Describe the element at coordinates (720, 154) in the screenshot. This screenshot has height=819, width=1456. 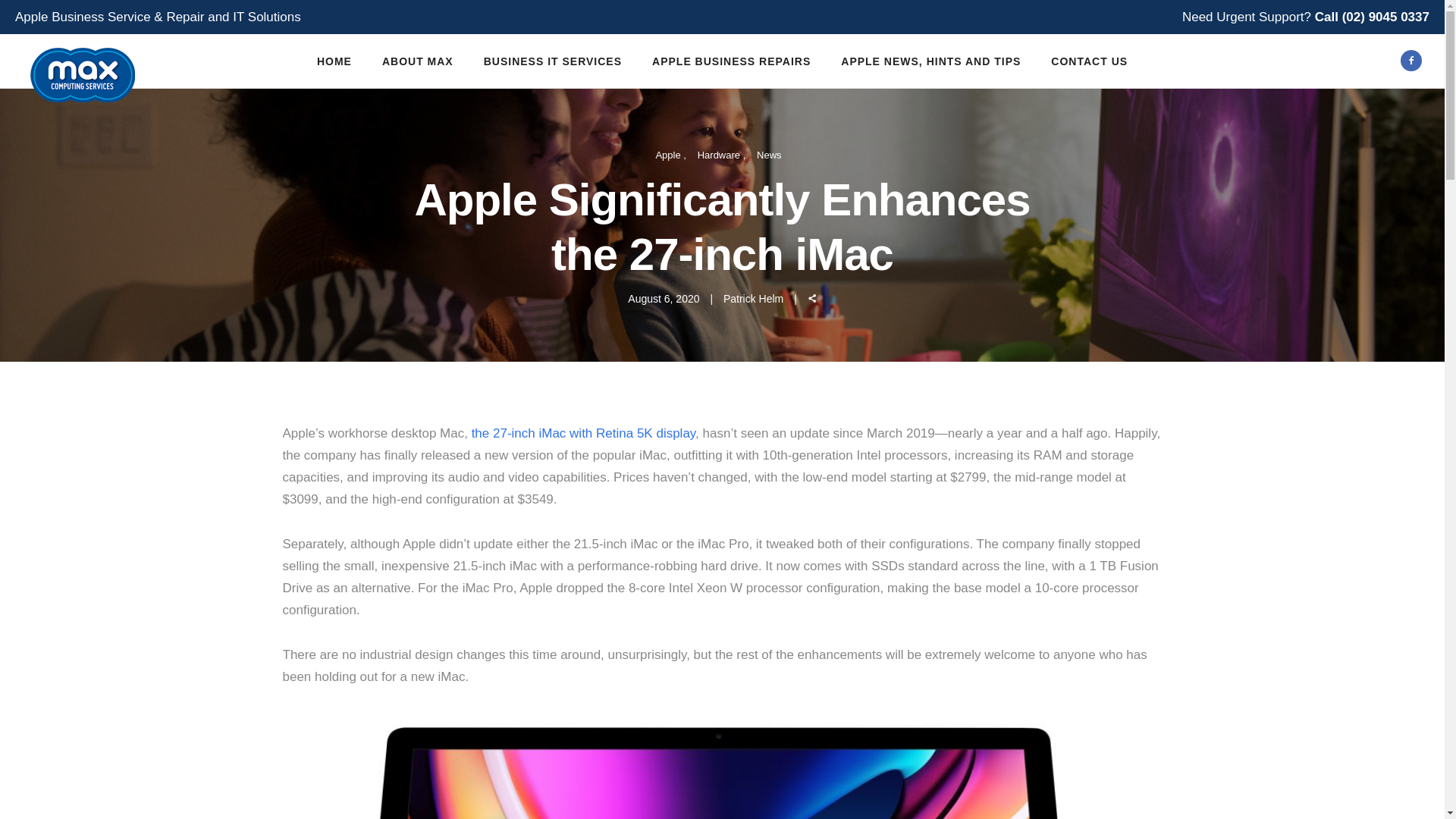
I see `'Hardware'` at that location.